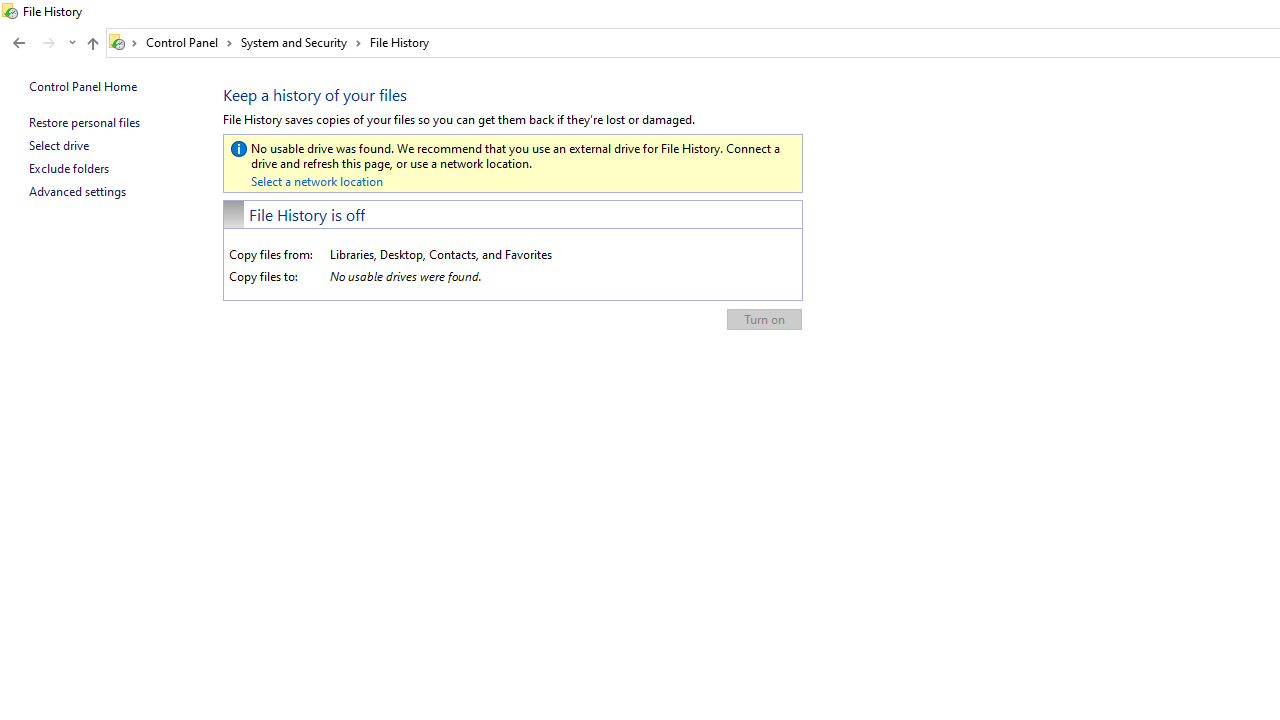 Image resolution: width=1280 pixels, height=720 pixels. Describe the element at coordinates (315, 181) in the screenshot. I see `'Select a network location'` at that location.